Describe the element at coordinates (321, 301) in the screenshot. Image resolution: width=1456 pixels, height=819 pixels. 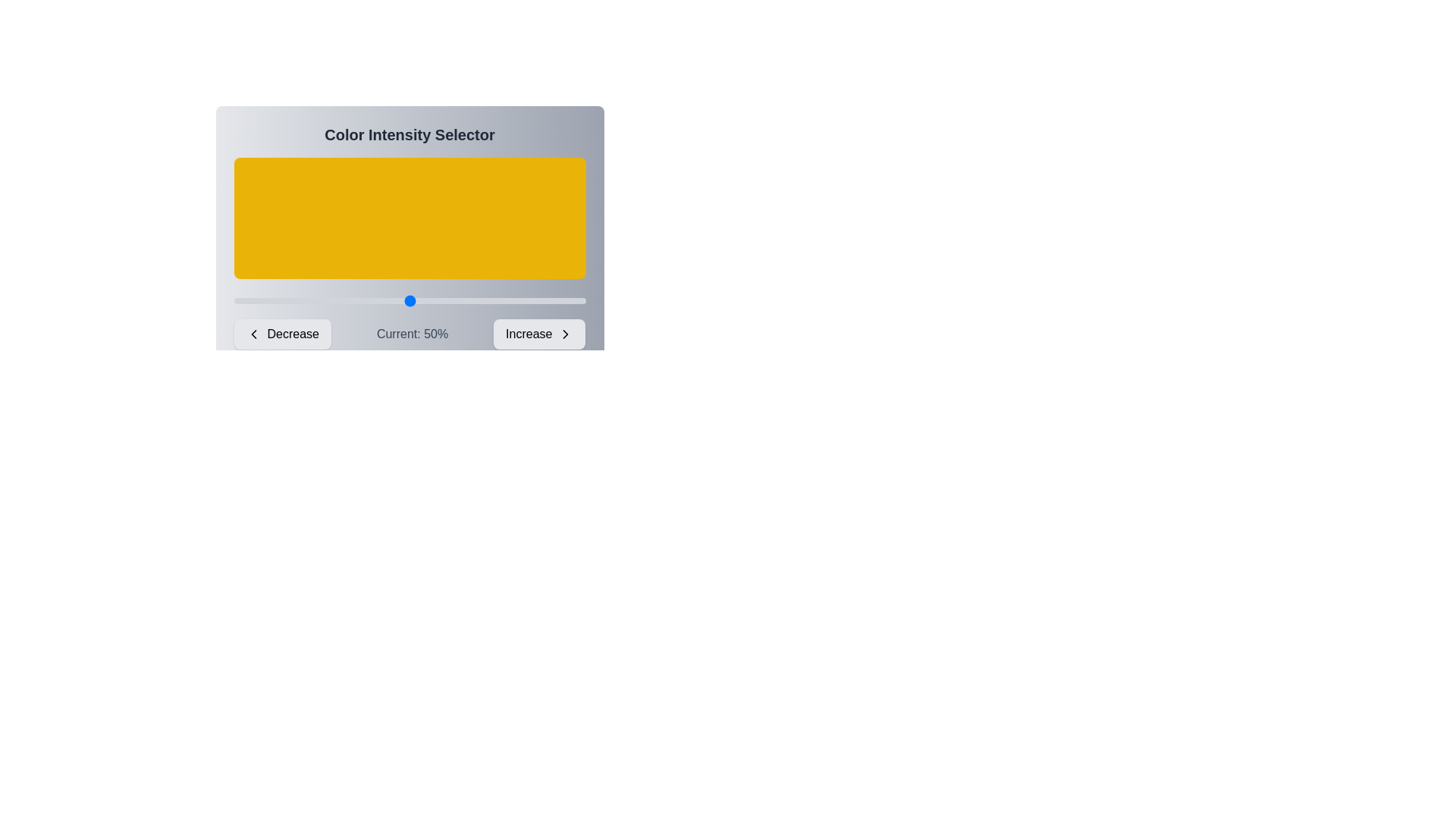
I see `color intensity` at that location.